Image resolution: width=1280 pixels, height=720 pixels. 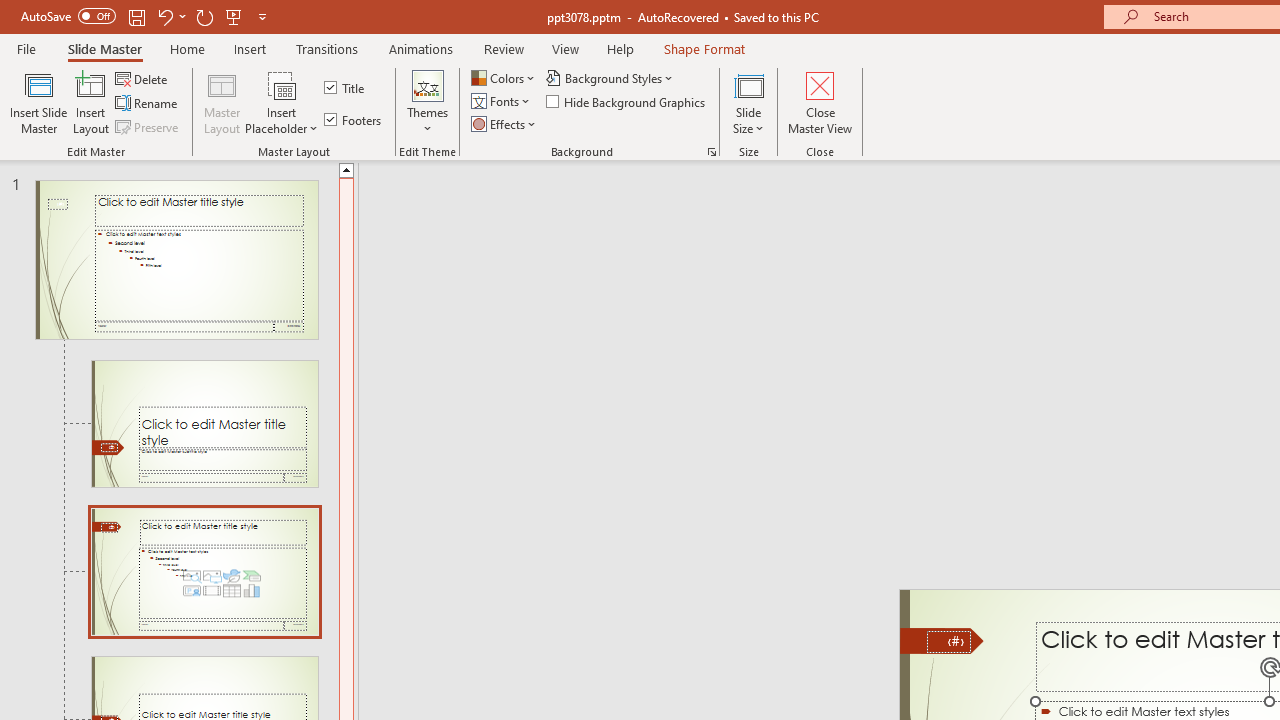 What do you see at coordinates (426, 103) in the screenshot?
I see `'Themes'` at bounding box center [426, 103].